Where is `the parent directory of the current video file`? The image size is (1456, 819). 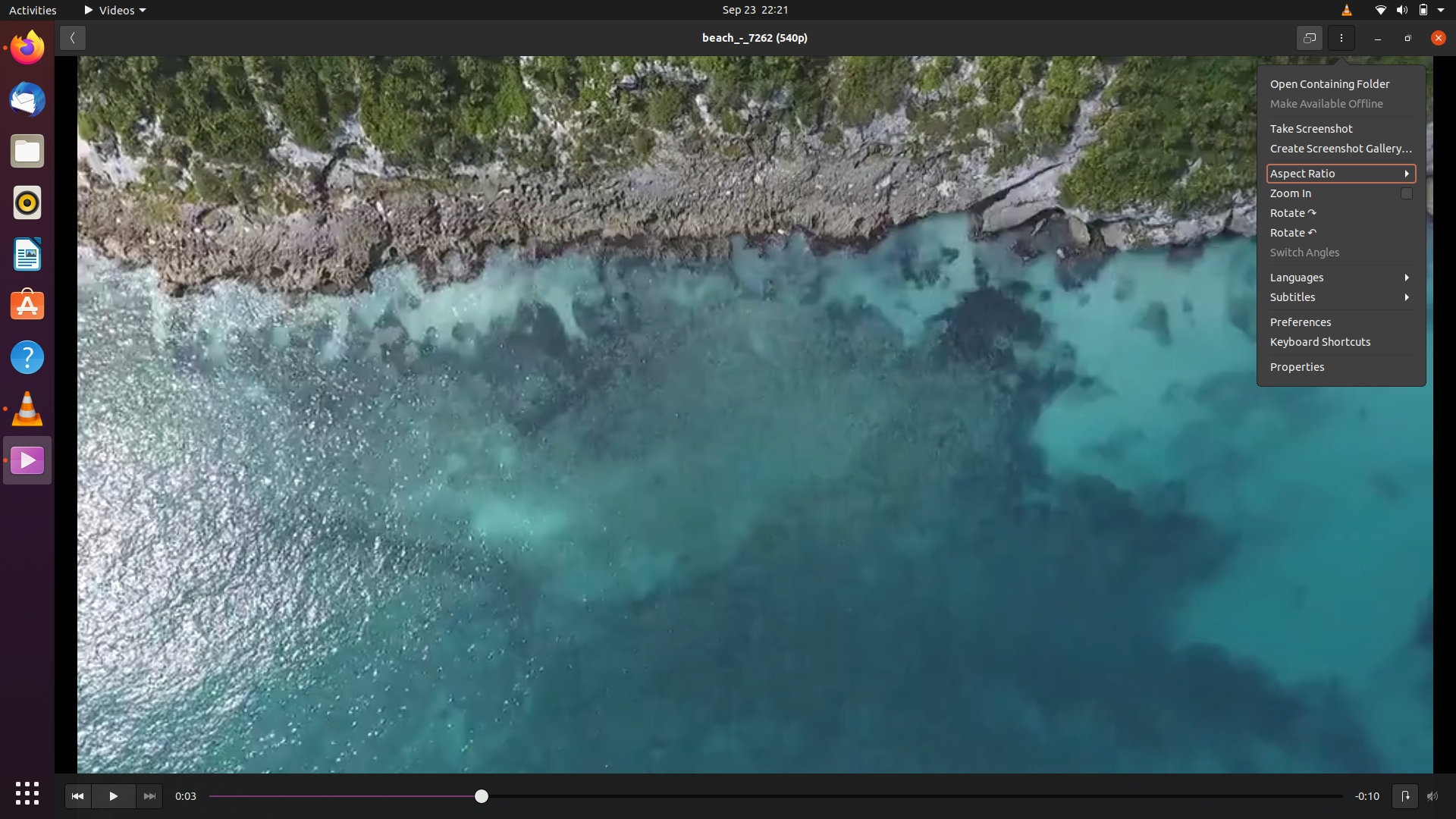
the parent directory of the current video file is located at coordinates (1338, 83).